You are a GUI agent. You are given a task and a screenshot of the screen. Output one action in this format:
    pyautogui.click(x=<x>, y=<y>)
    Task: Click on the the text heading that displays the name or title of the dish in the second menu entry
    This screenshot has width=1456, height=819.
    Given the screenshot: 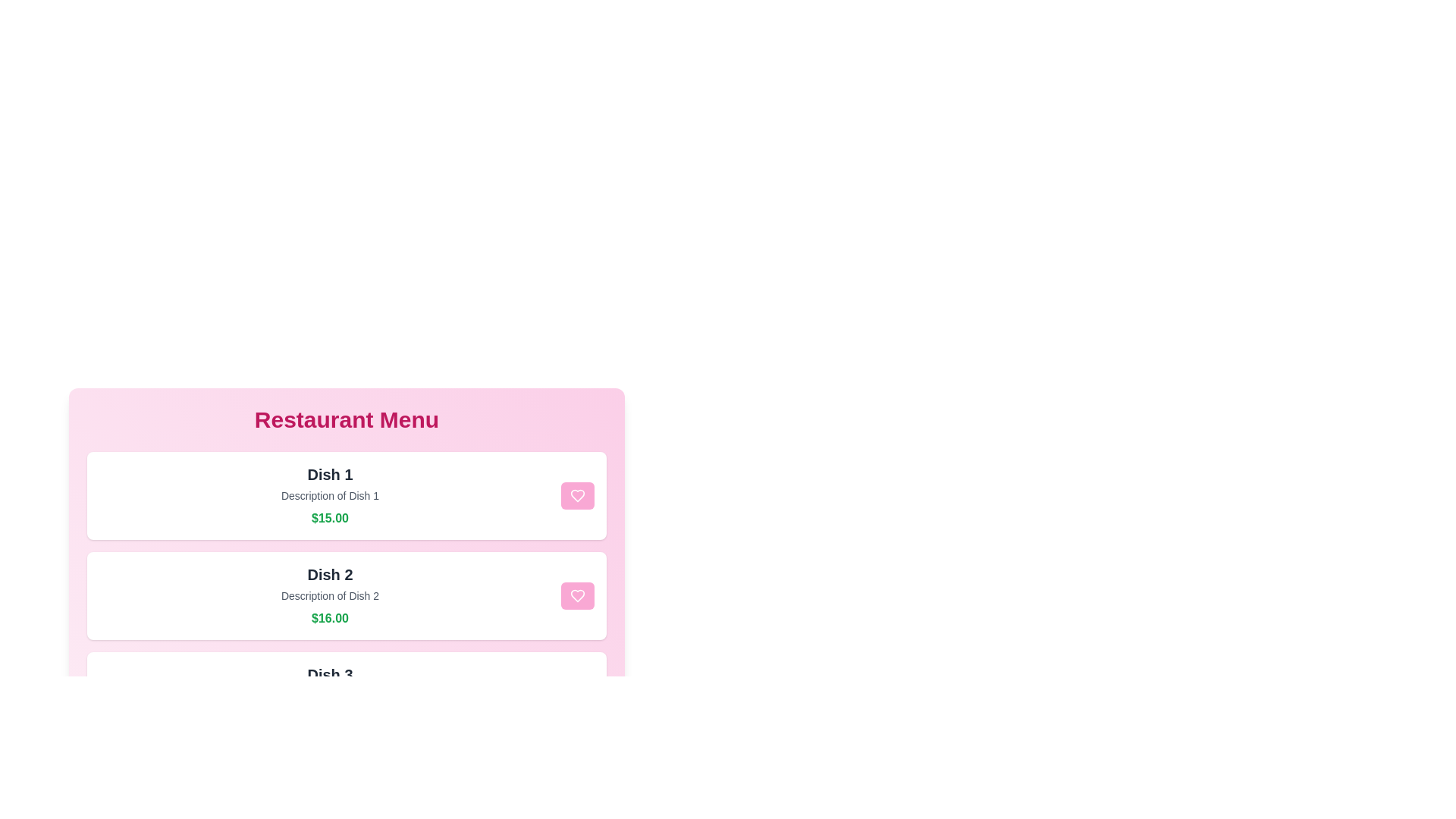 What is the action you would take?
    pyautogui.click(x=329, y=575)
    